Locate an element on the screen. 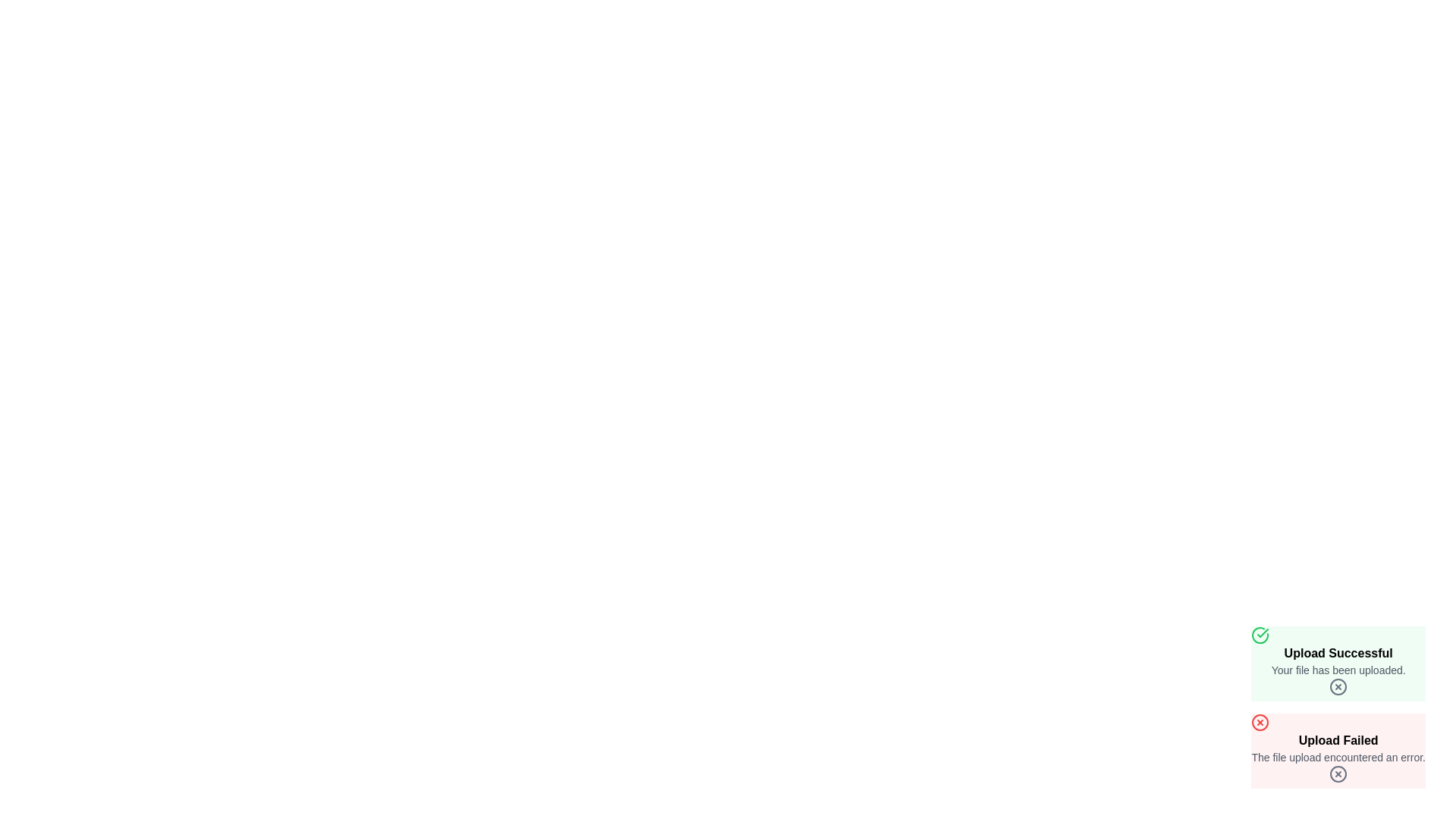 This screenshot has height=819, width=1456. close button for the notification with title Upload Successful is located at coordinates (1338, 687).